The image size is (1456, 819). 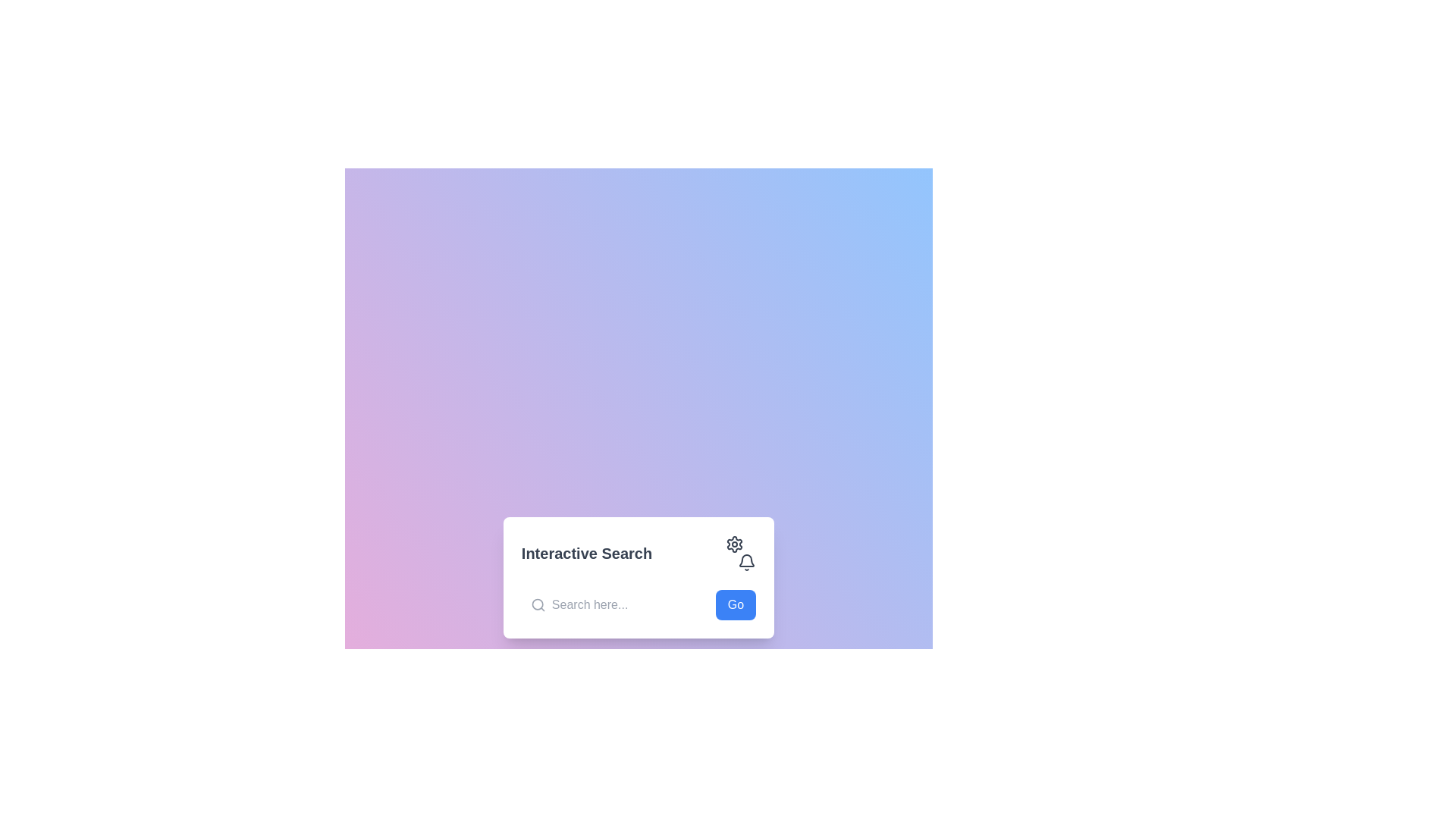 I want to click on the search icon located at the leftmost side of the text input field within the search bar component, so click(x=538, y=604).